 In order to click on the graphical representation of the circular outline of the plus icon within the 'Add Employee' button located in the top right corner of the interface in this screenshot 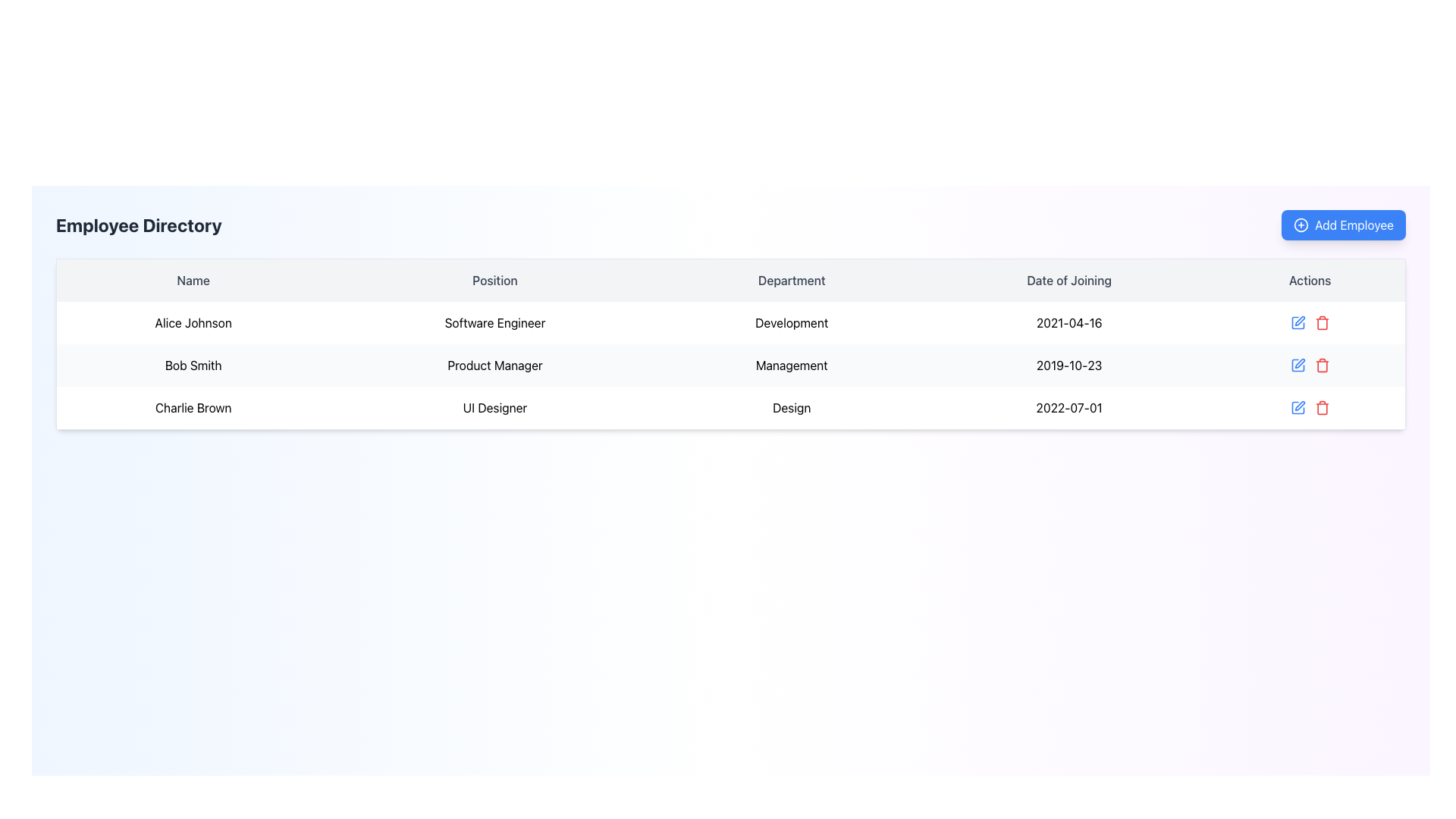, I will do `click(1301, 225)`.